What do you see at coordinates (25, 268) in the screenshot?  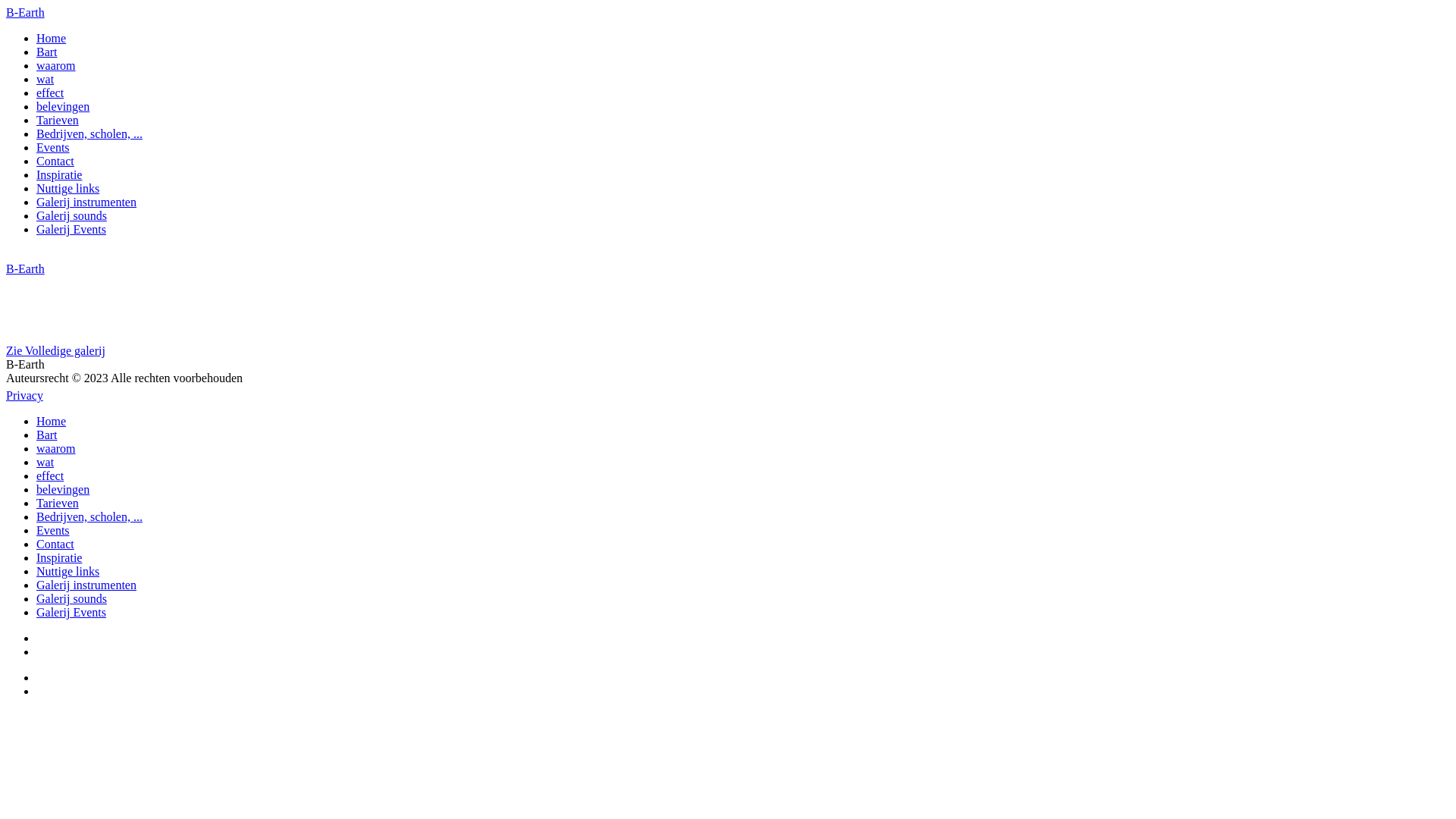 I see `'B-Earth'` at bounding box center [25, 268].